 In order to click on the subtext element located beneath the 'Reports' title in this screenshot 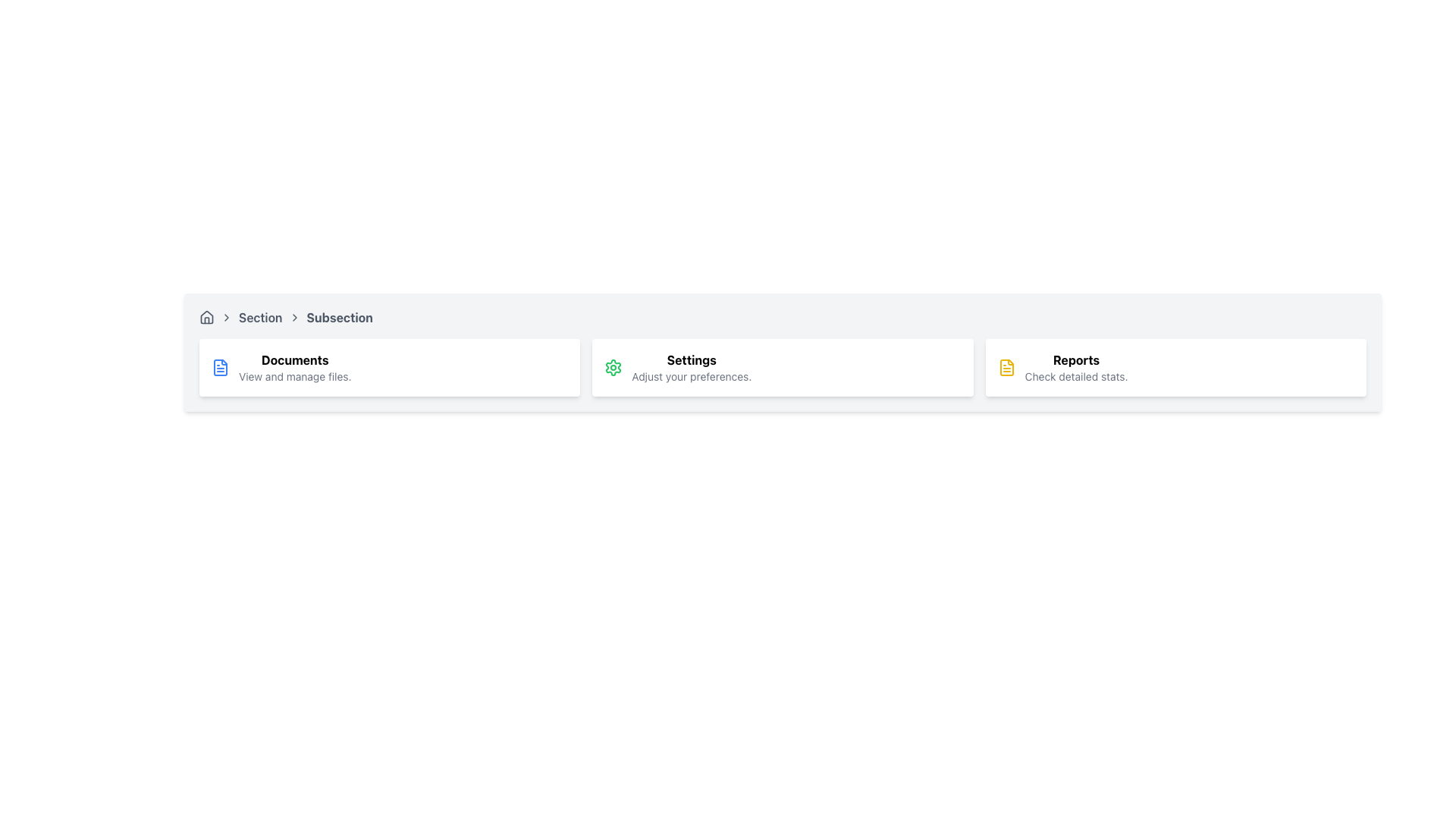, I will do `click(1075, 376)`.